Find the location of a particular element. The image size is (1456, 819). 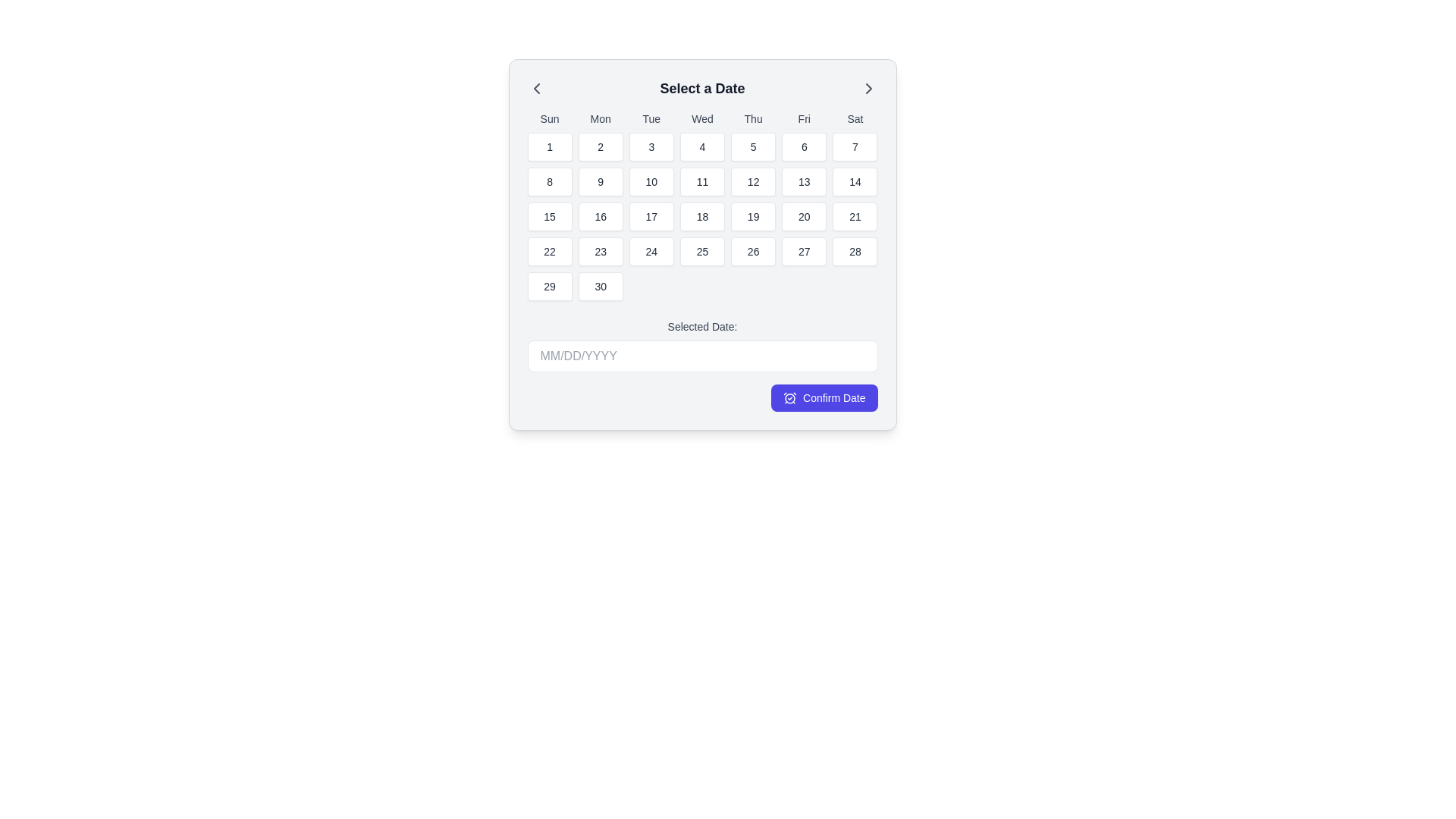

the white rectangular button with rounded corners containing the number '18' is located at coordinates (701, 216).